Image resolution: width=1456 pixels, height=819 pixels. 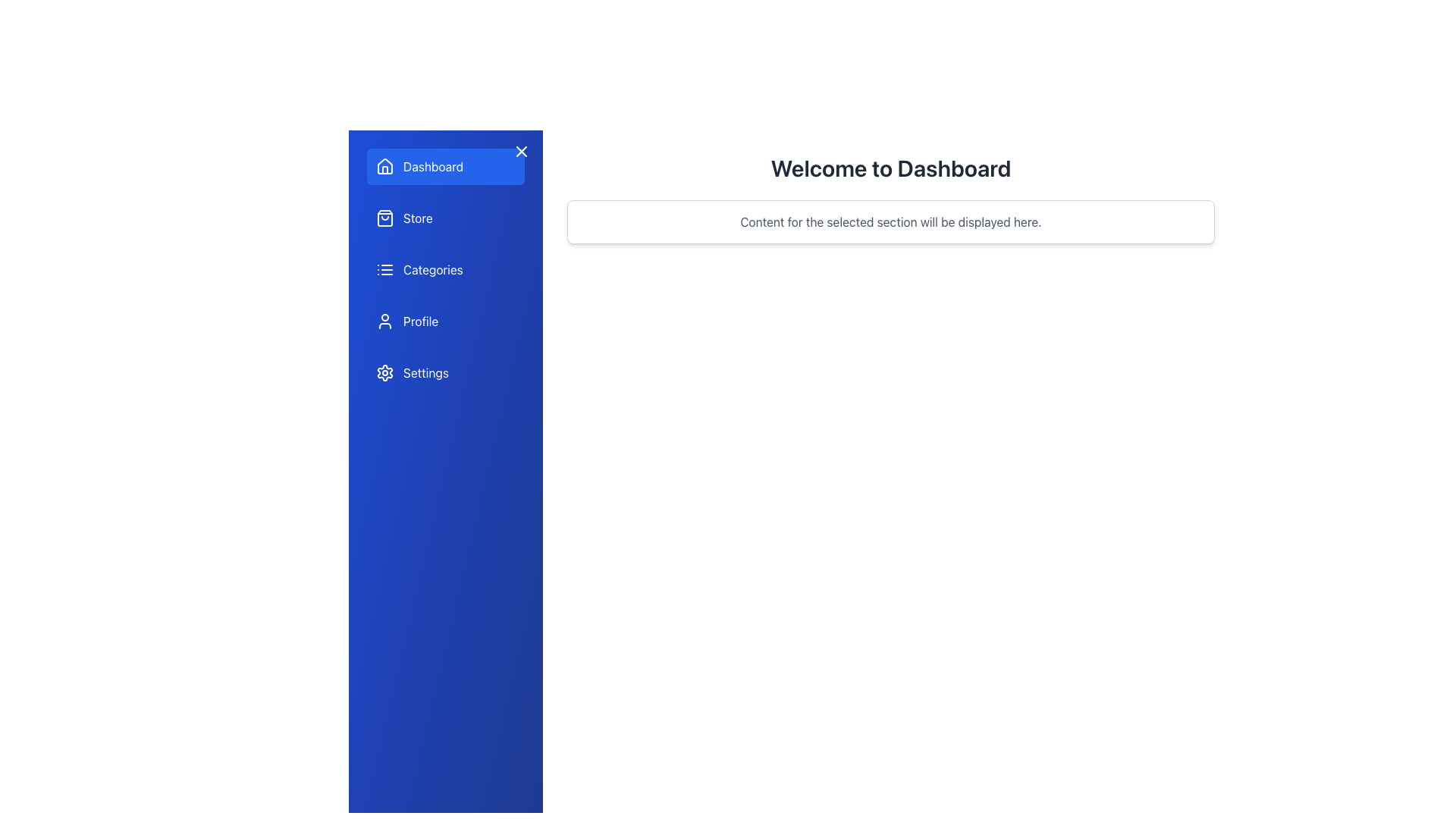 What do you see at coordinates (891, 222) in the screenshot?
I see `the Text Element located in the center-right section of the interface, below the 'Welcome to Dashboard' heading` at bounding box center [891, 222].